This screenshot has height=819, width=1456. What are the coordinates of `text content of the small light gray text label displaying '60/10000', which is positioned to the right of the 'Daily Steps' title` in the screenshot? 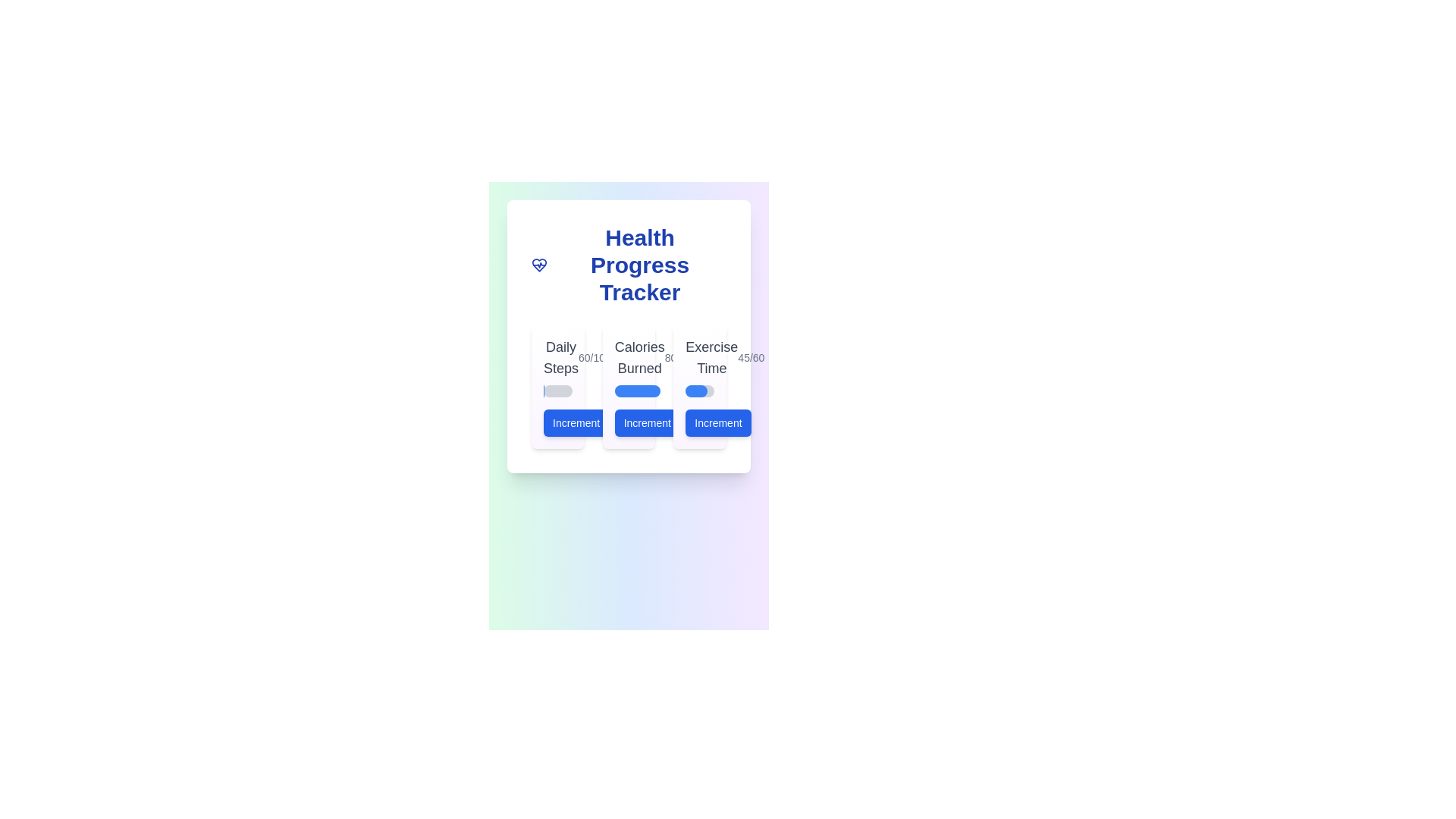 It's located at (600, 357).